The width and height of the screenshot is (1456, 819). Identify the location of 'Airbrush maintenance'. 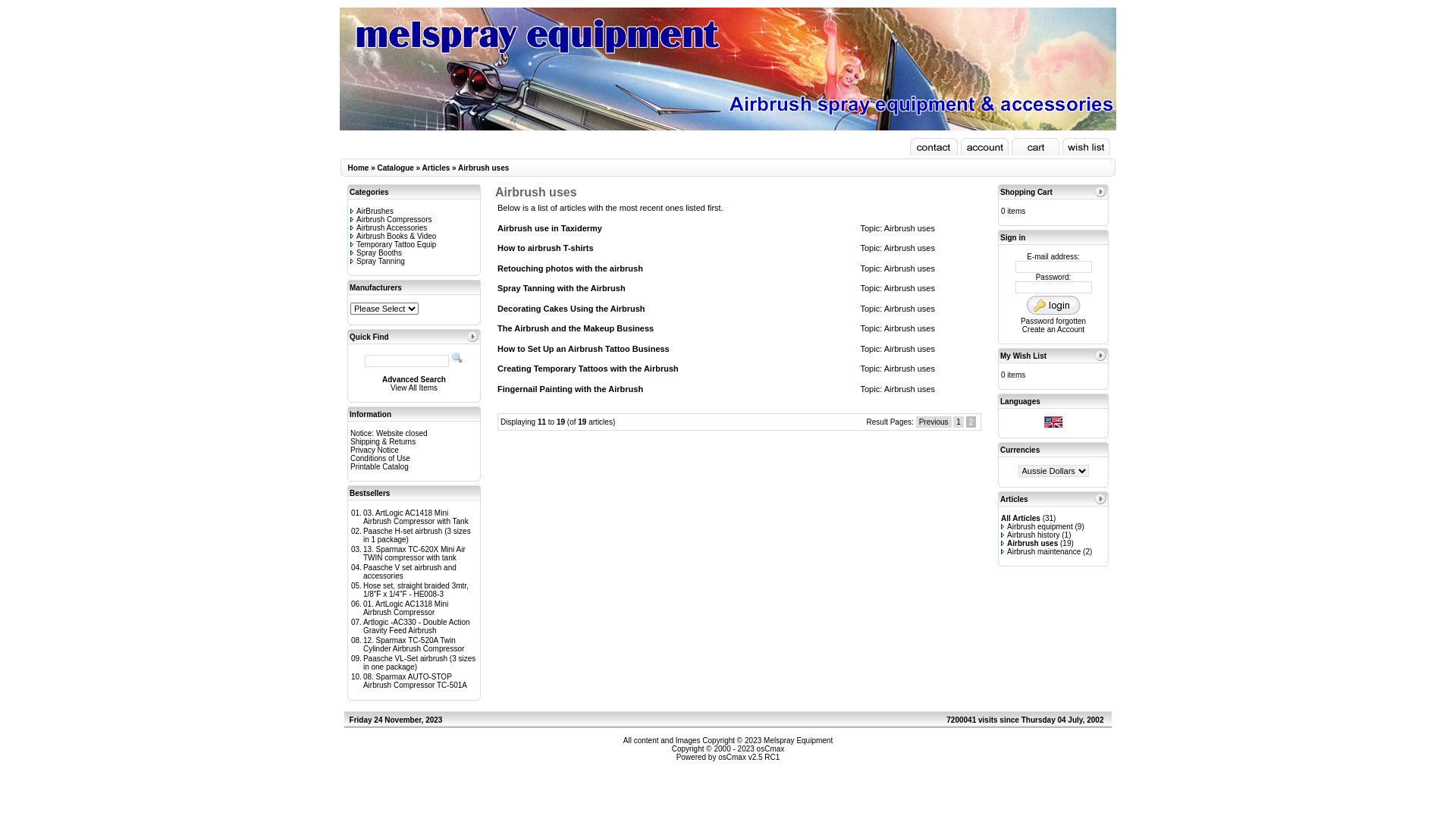
(1040, 551).